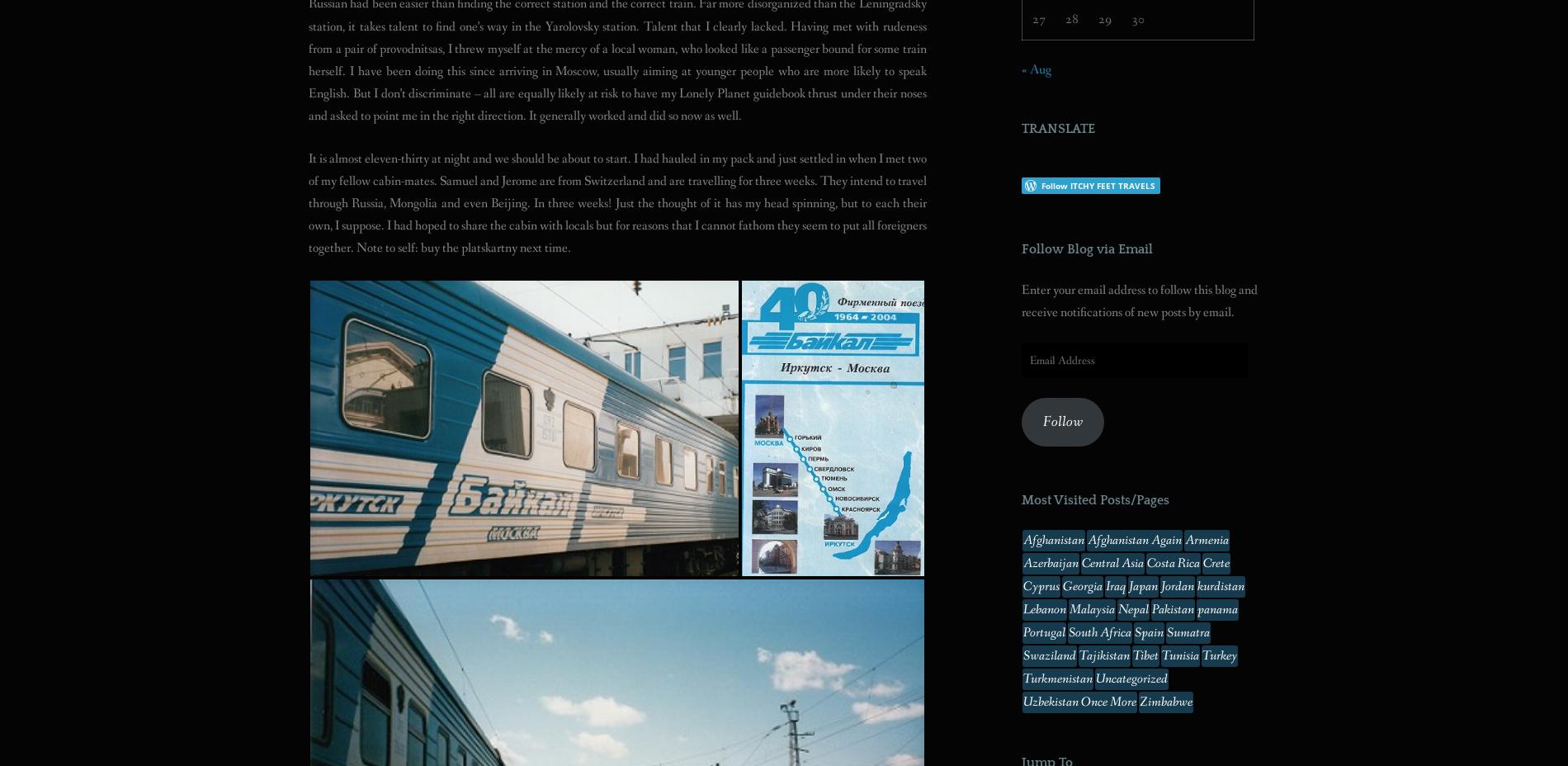 This screenshot has width=1568, height=766. Describe the element at coordinates (1079, 702) in the screenshot. I see `'Uzbekistan Once More'` at that location.